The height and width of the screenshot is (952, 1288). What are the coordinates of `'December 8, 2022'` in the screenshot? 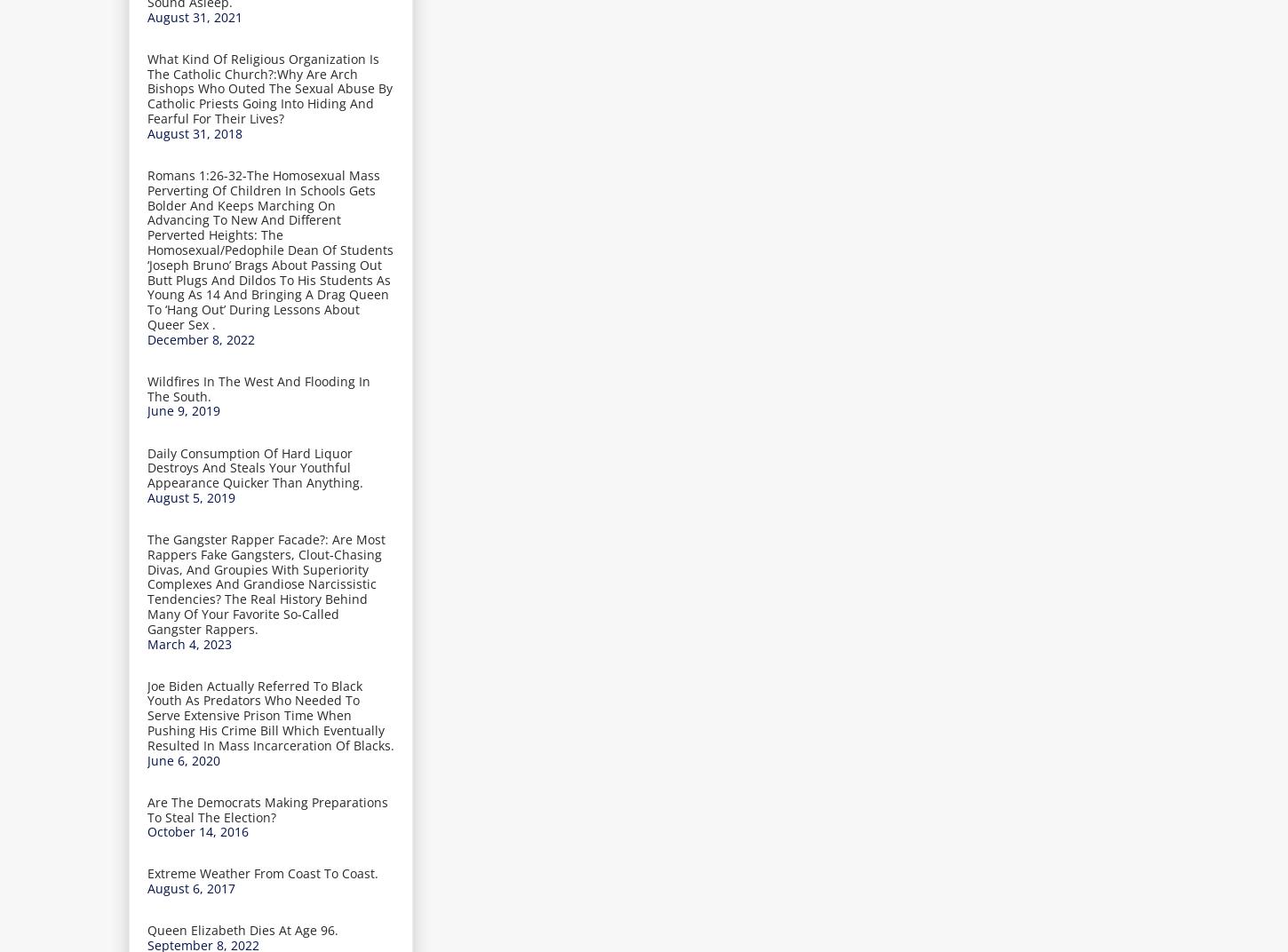 It's located at (200, 338).